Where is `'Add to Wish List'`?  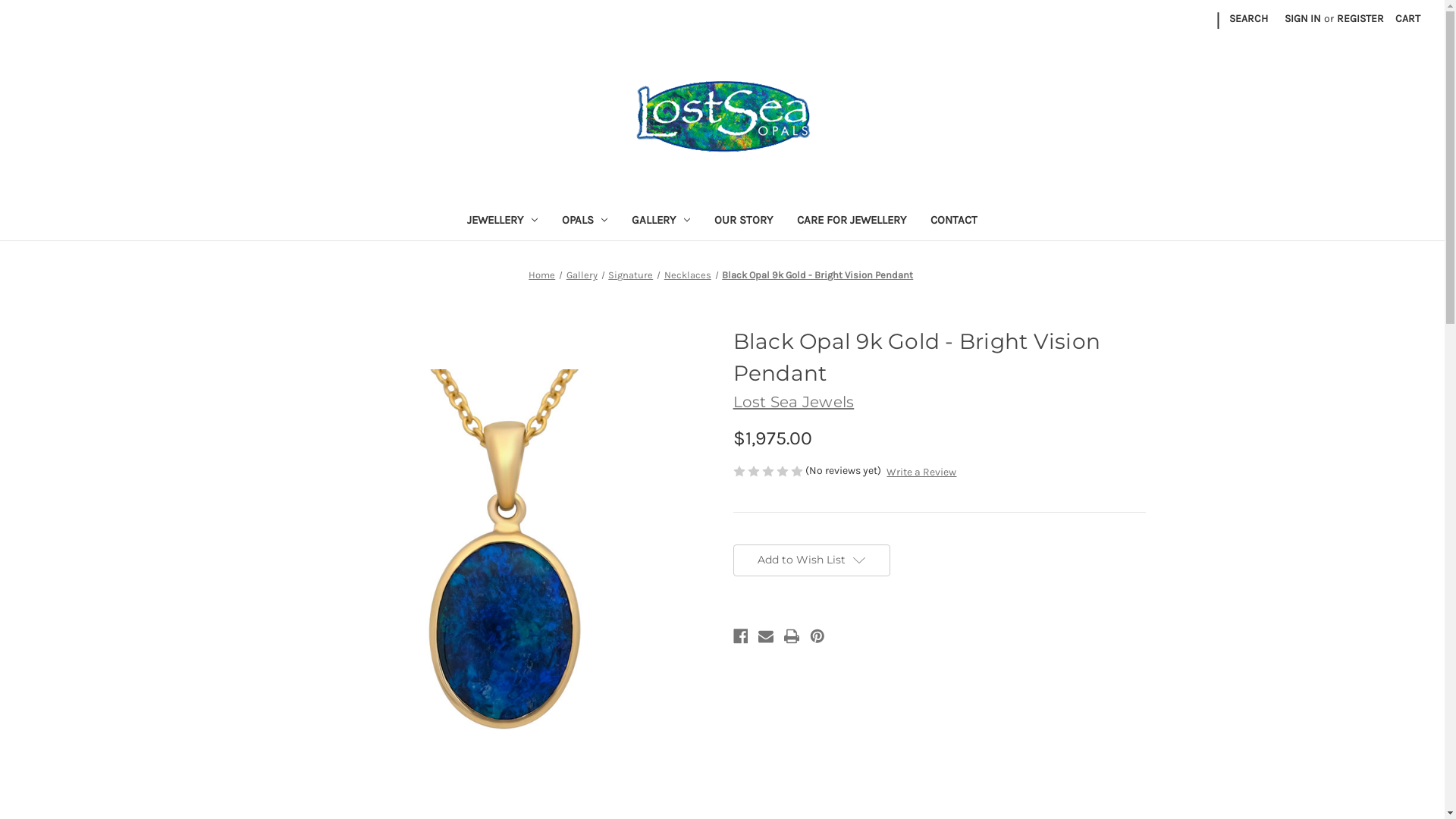 'Add to Wish List' is located at coordinates (811, 560).